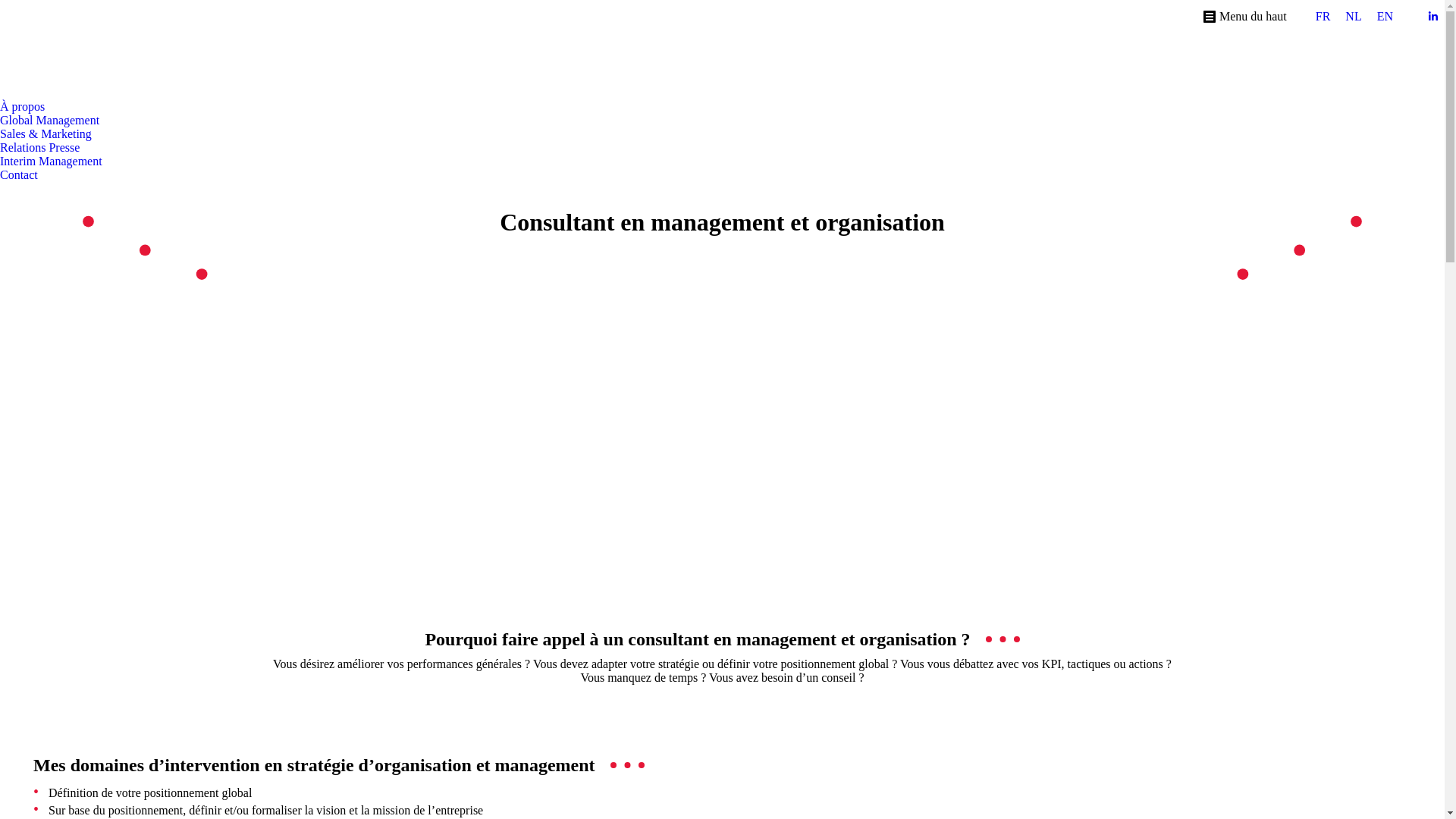 The image size is (1456, 819). I want to click on 'Global Management', so click(0, 119).